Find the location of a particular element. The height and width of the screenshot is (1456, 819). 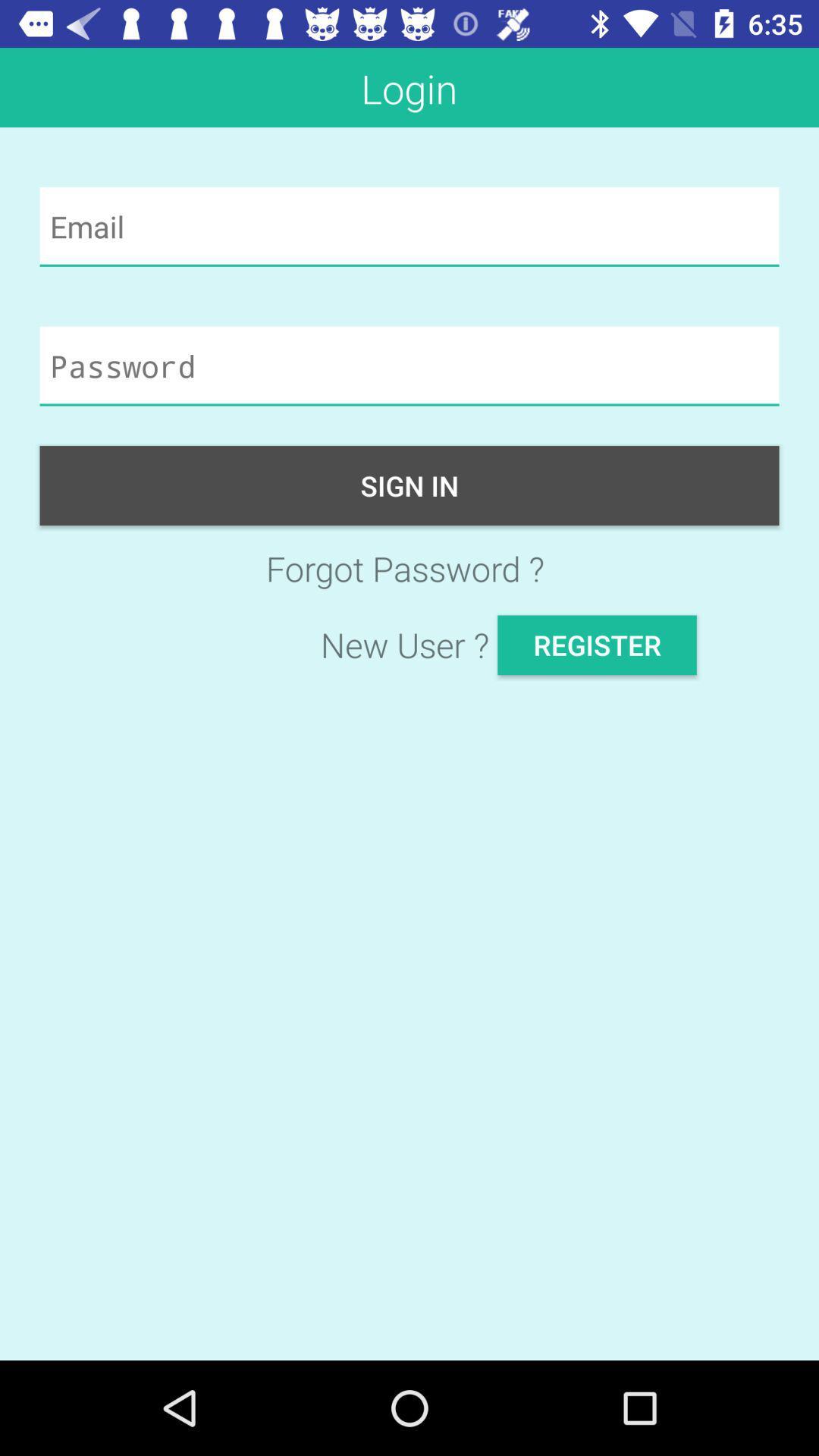

the register is located at coordinates (596, 645).